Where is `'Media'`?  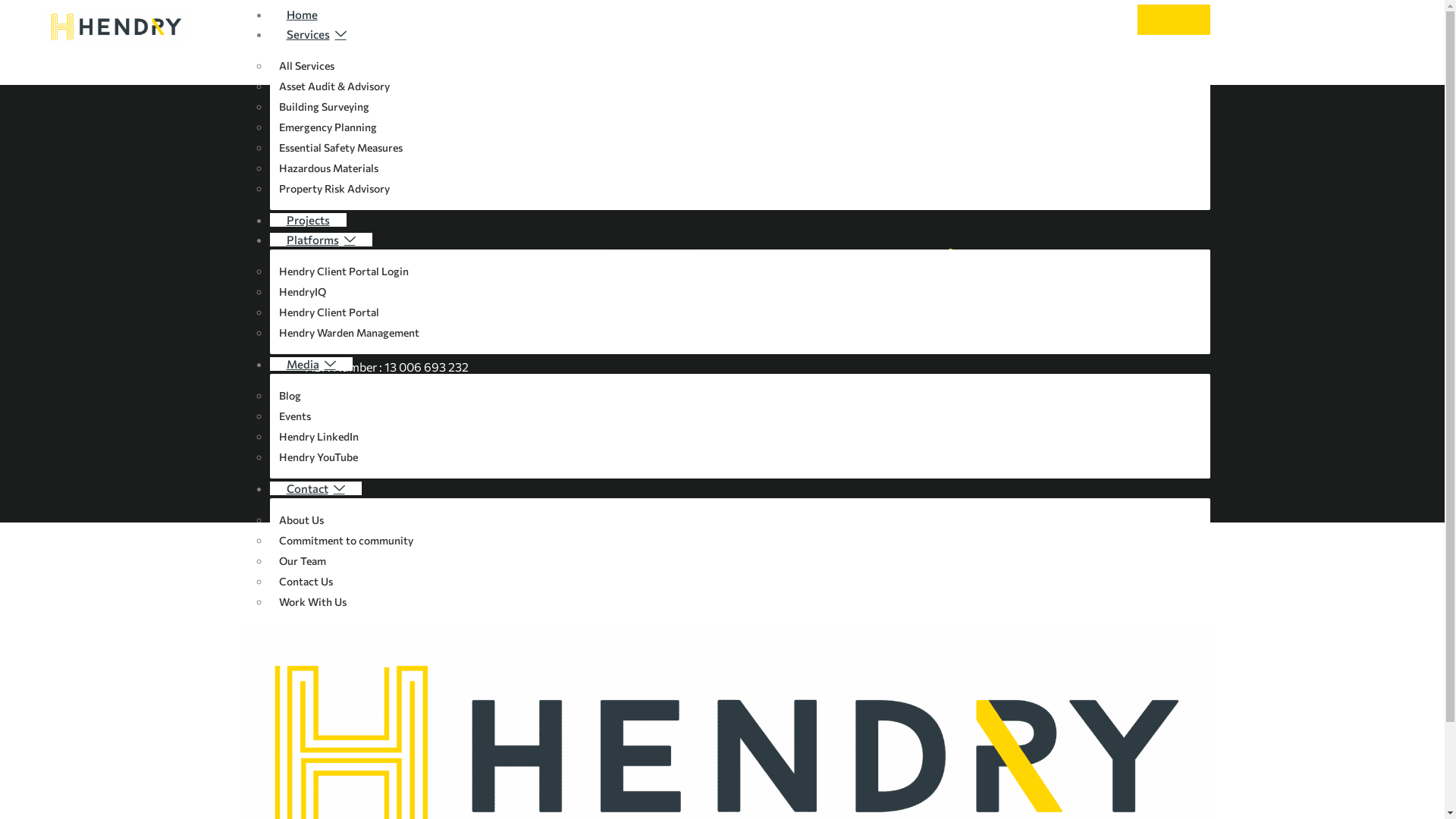 'Media' is located at coordinates (310, 363).